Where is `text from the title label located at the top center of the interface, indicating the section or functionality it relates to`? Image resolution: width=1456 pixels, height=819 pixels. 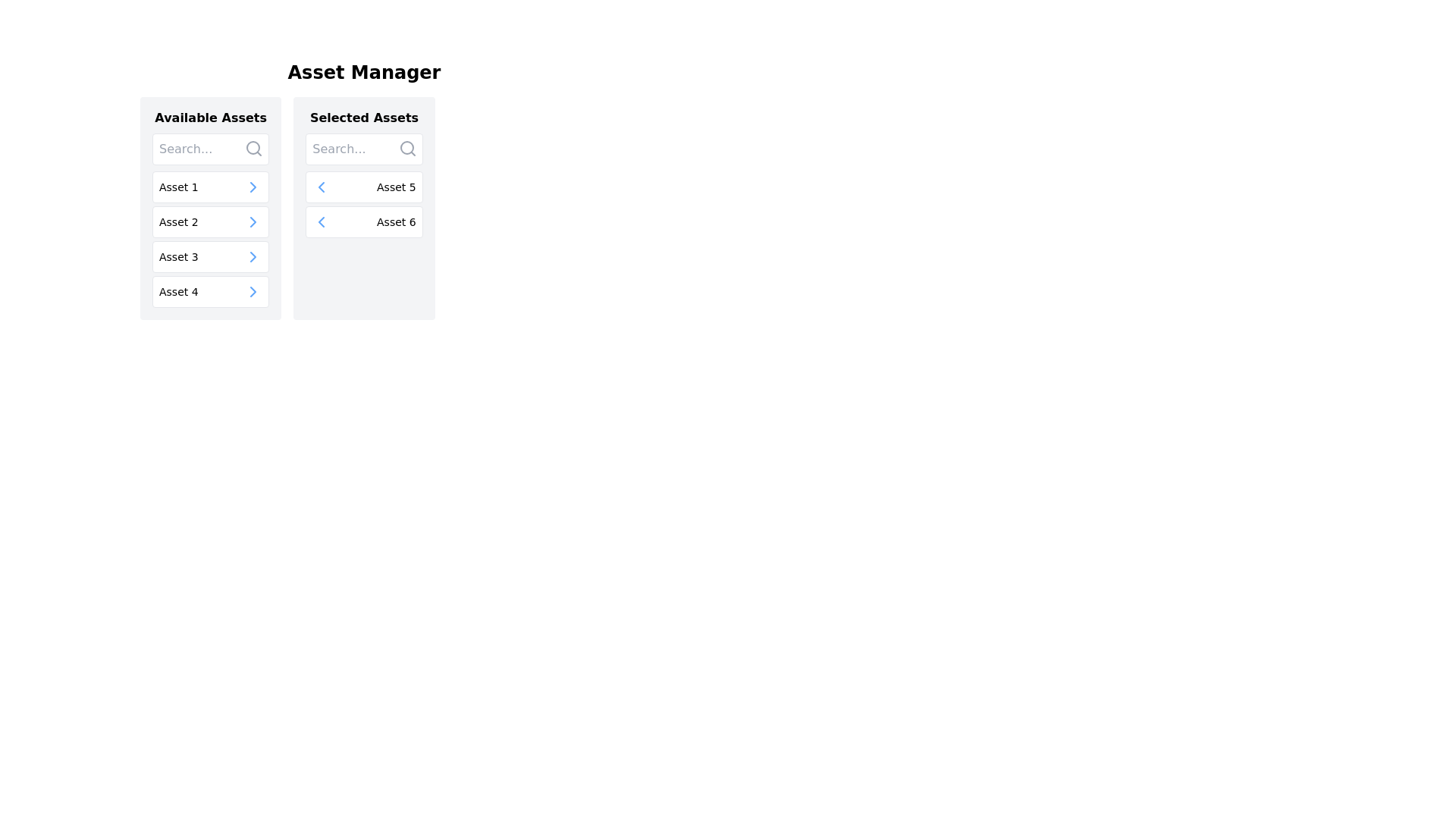 text from the title label located at the top center of the interface, indicating the section or functionality it relates to is located at coordinates (364, 73).